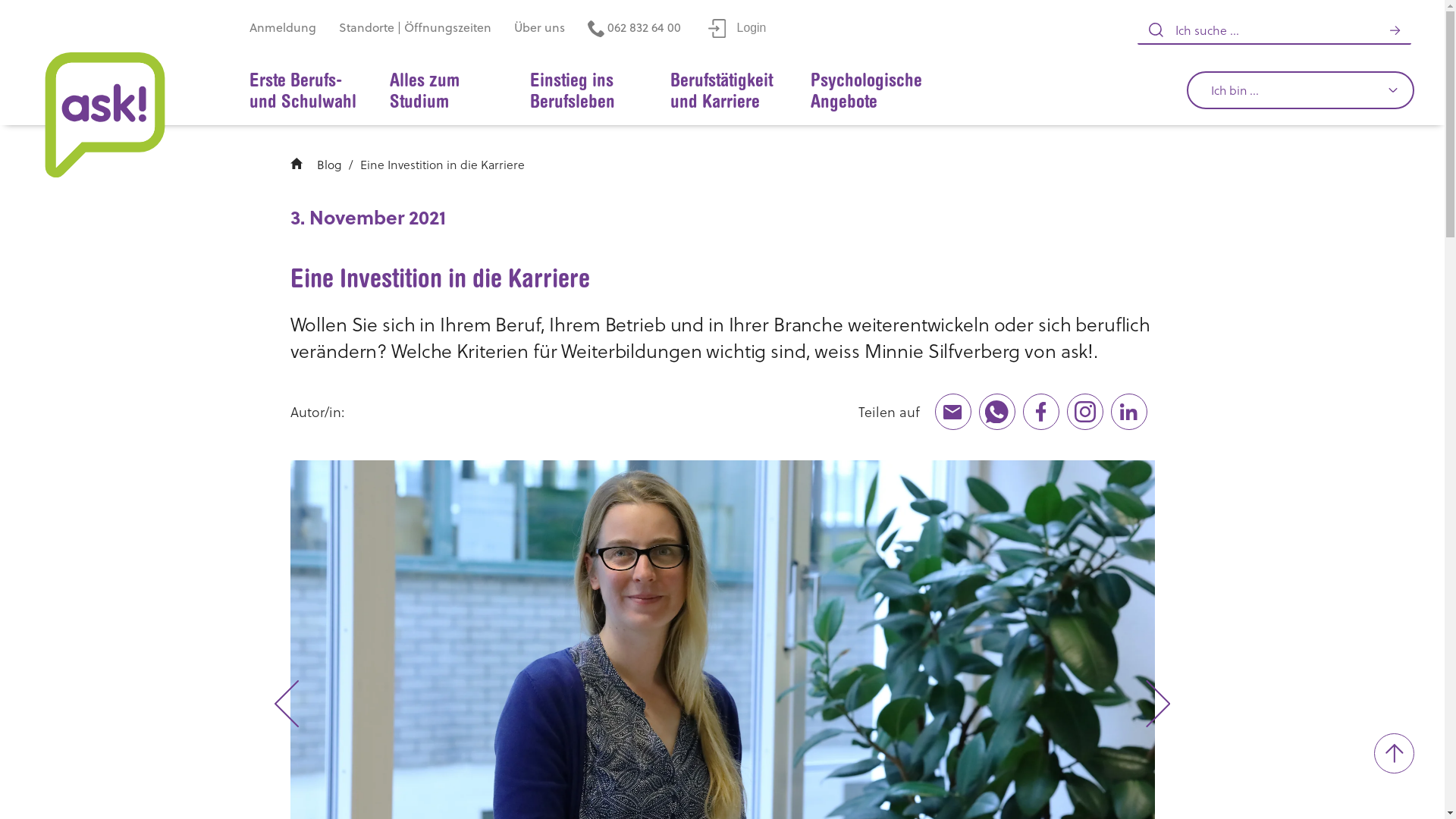  What do you see at coordinates (866, 91) in the screenshot?
I see `'Psychologische Angebote'` at bounding box center [866, 91].